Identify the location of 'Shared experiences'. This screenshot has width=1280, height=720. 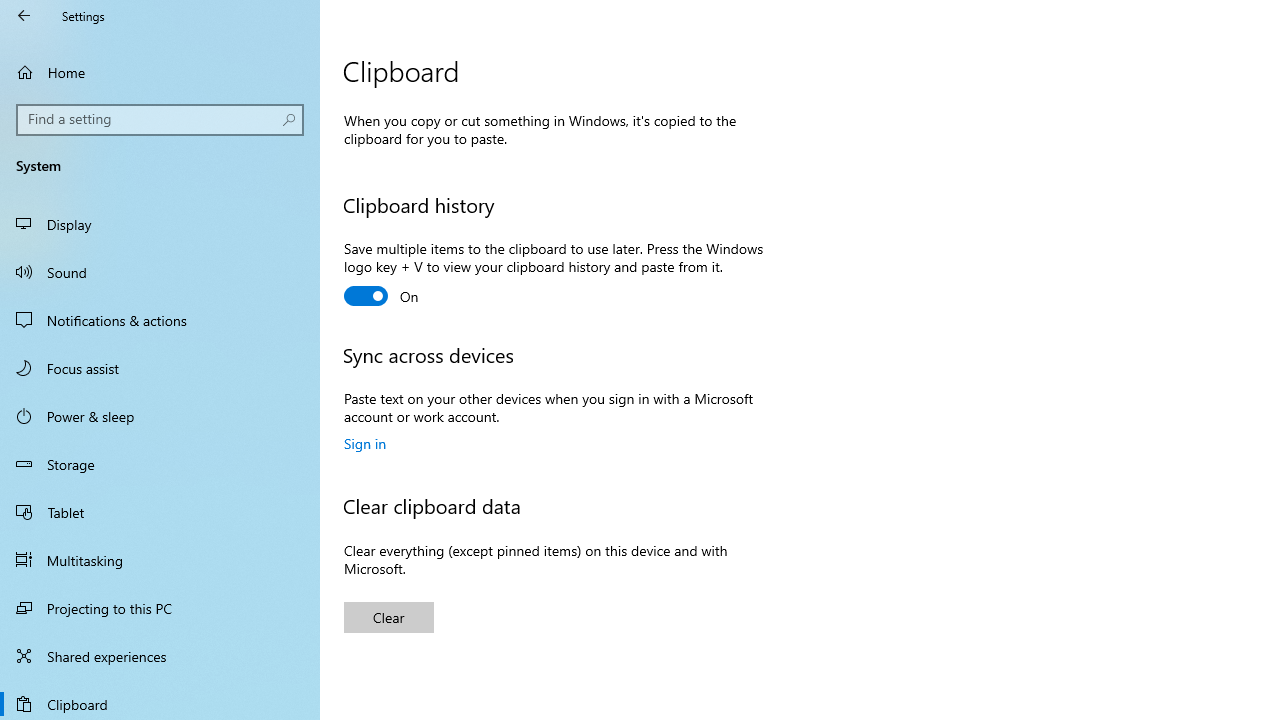
(160, 655).